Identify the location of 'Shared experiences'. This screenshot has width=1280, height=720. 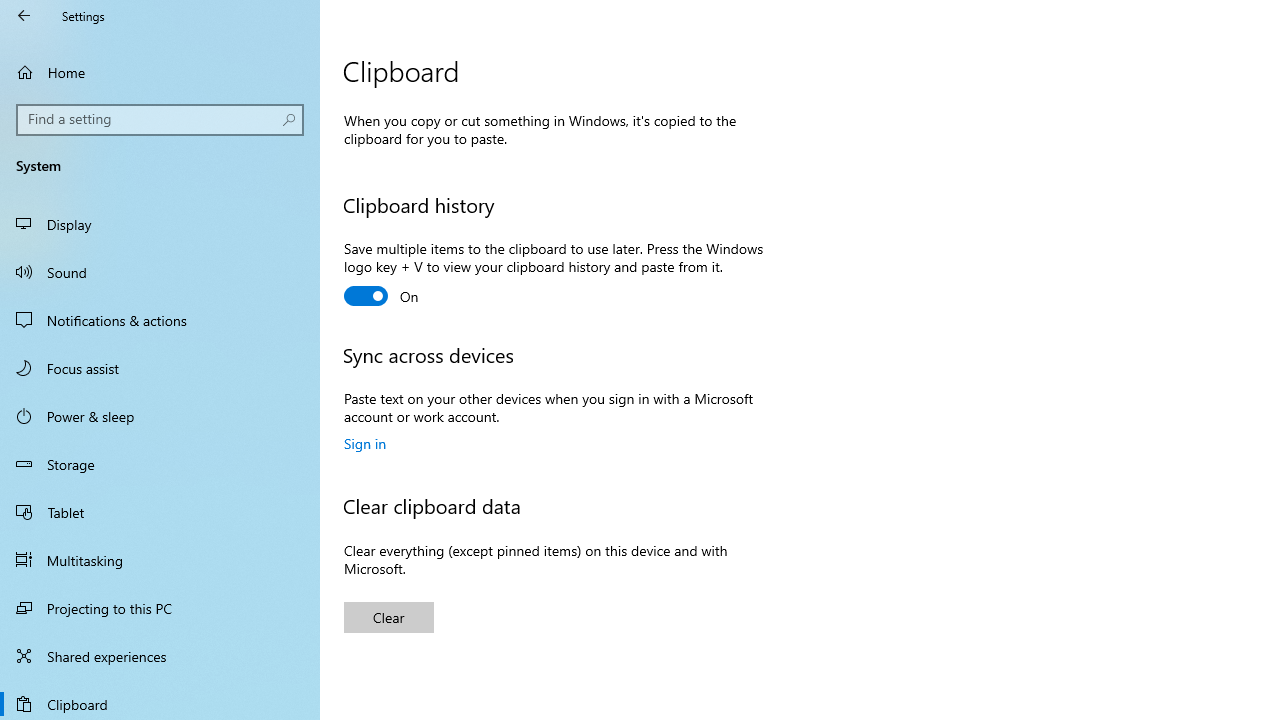
(160, 655).